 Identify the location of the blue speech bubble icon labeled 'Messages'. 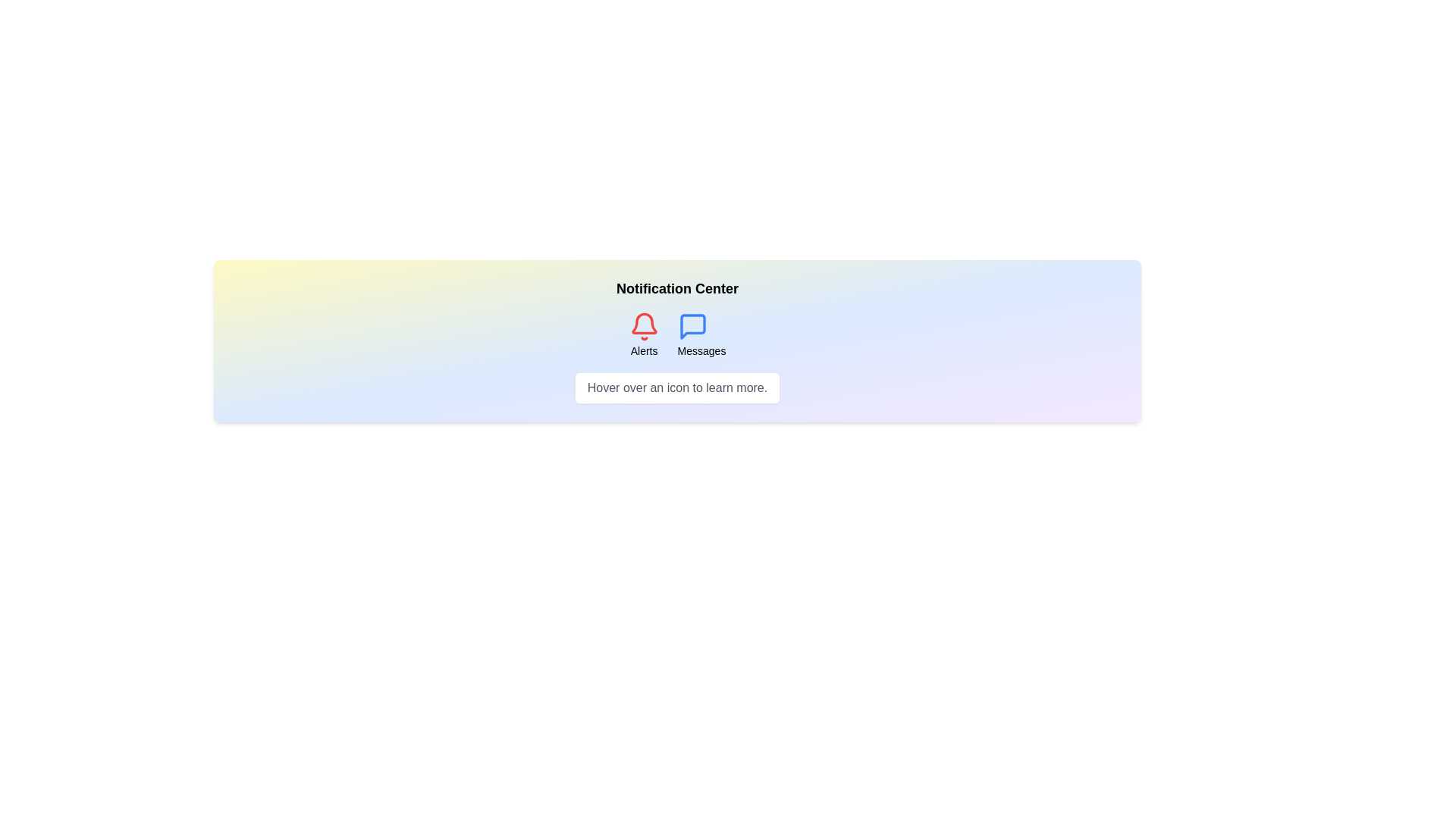
(701, 335).